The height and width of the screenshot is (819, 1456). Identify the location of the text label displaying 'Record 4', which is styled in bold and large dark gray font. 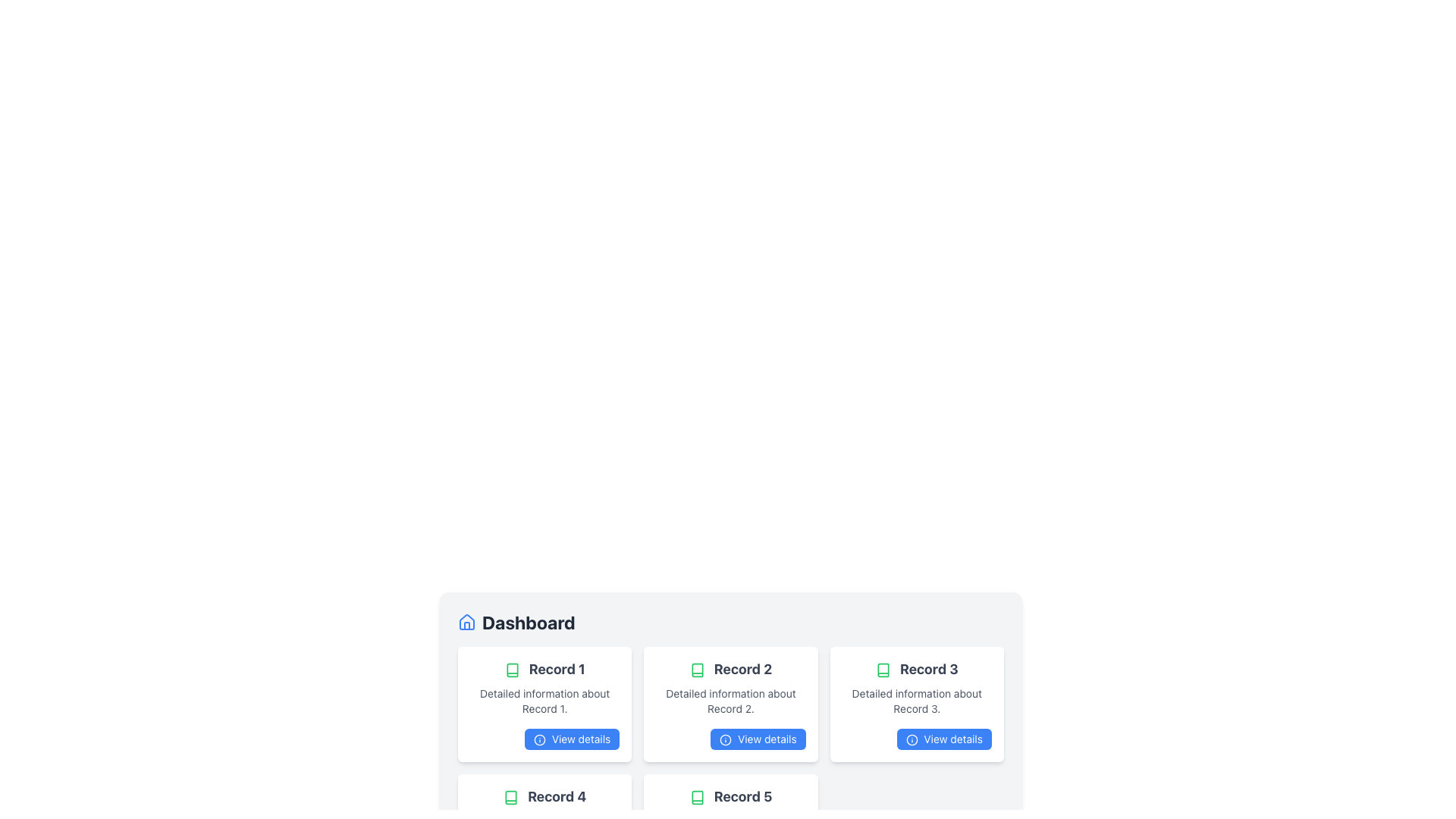
(544, 795).